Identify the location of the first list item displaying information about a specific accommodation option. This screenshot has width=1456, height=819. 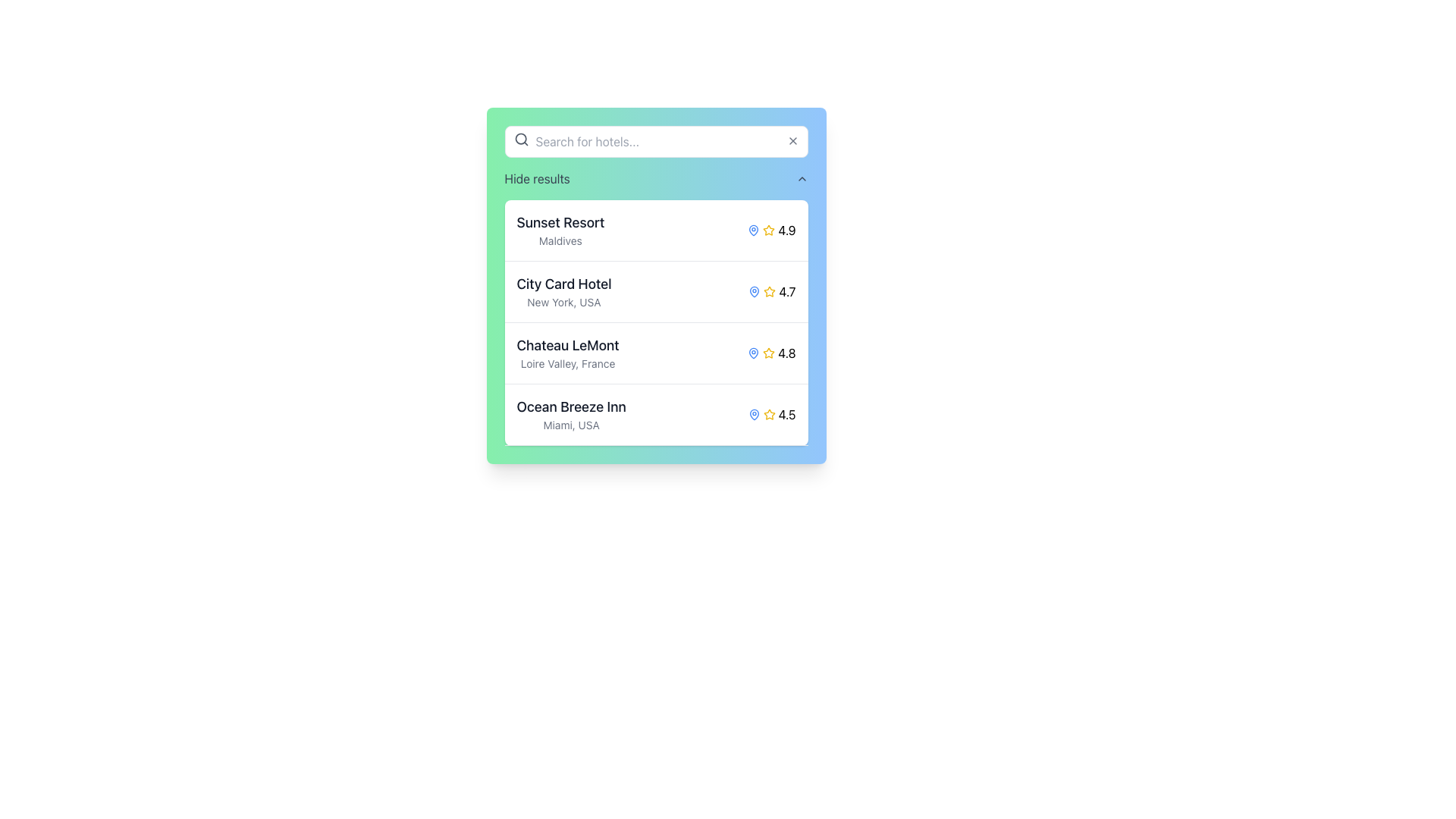
(656, 231).